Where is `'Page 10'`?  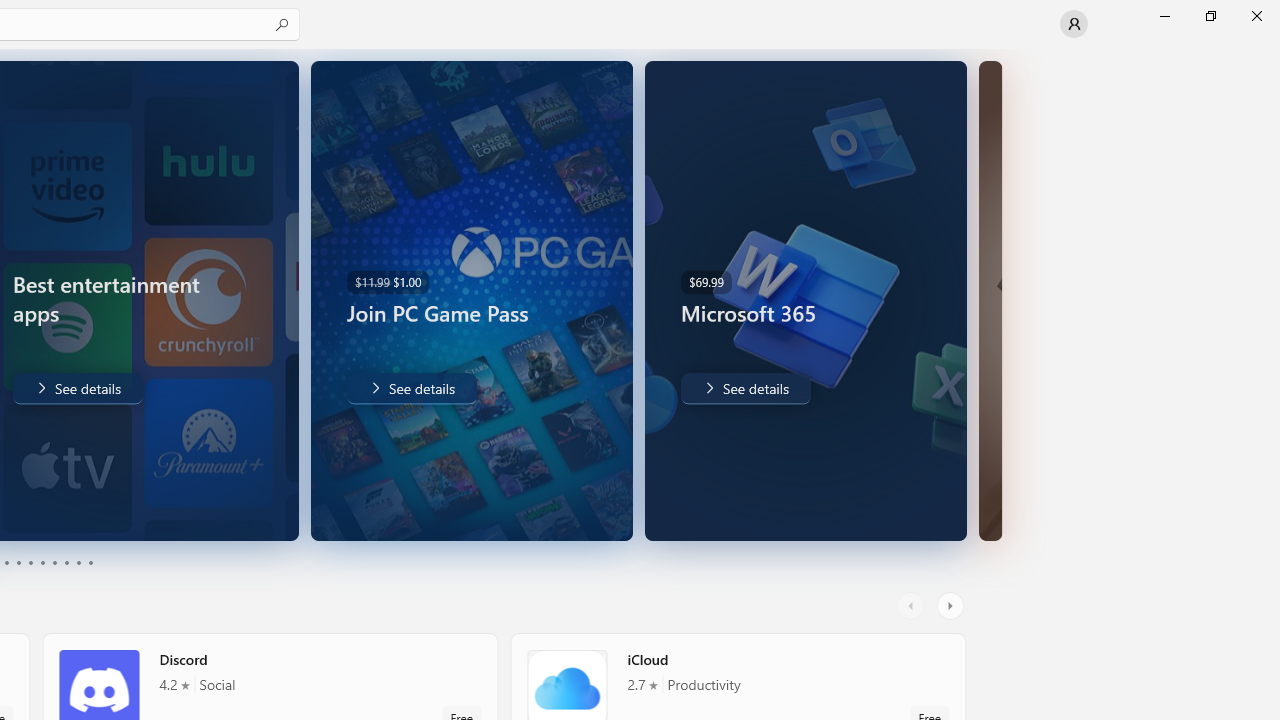 'Page 10' is located at coordinates (89, 563).